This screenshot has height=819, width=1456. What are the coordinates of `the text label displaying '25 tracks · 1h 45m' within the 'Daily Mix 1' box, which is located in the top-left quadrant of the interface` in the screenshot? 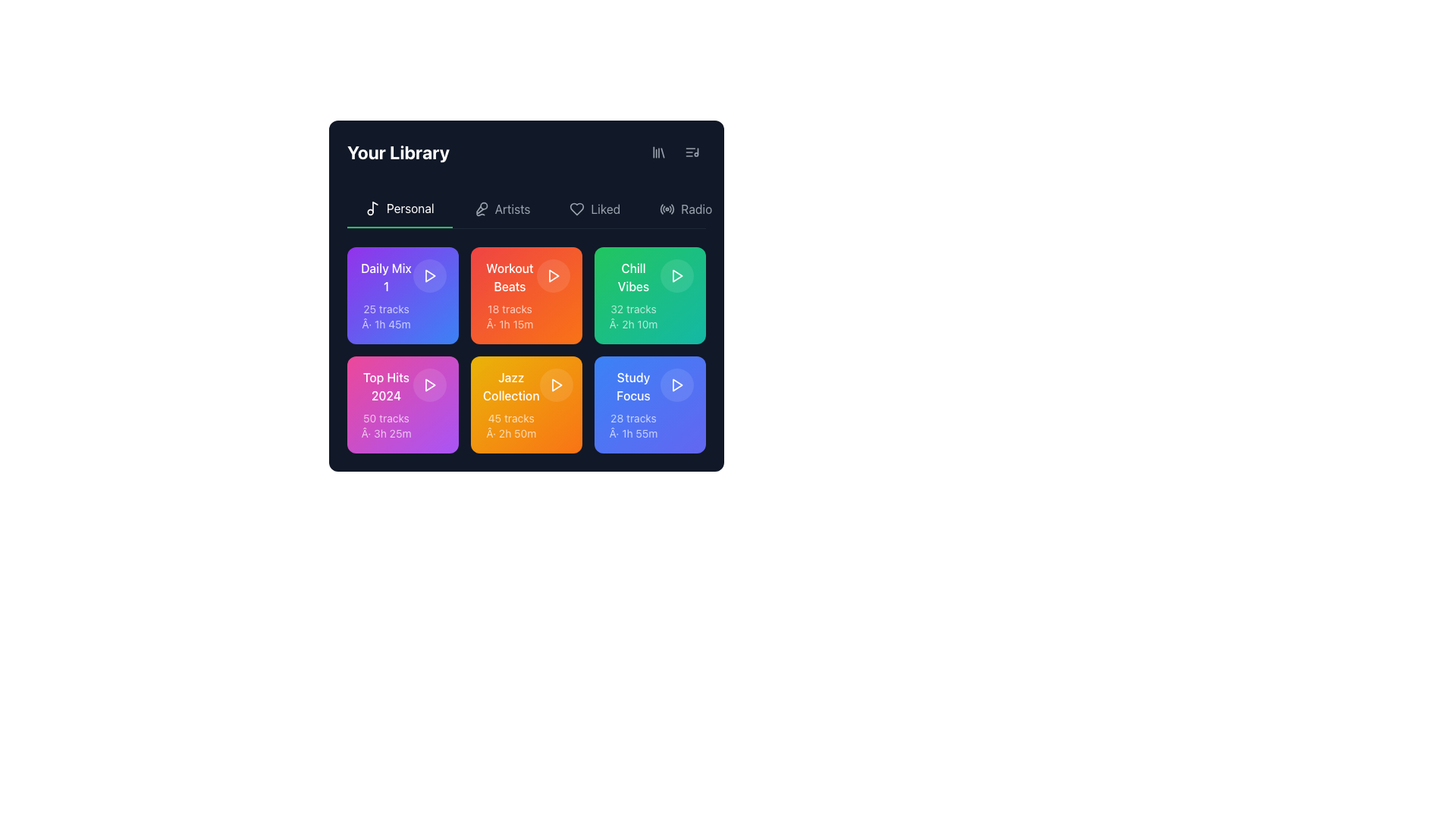 It's located at (386, 315).